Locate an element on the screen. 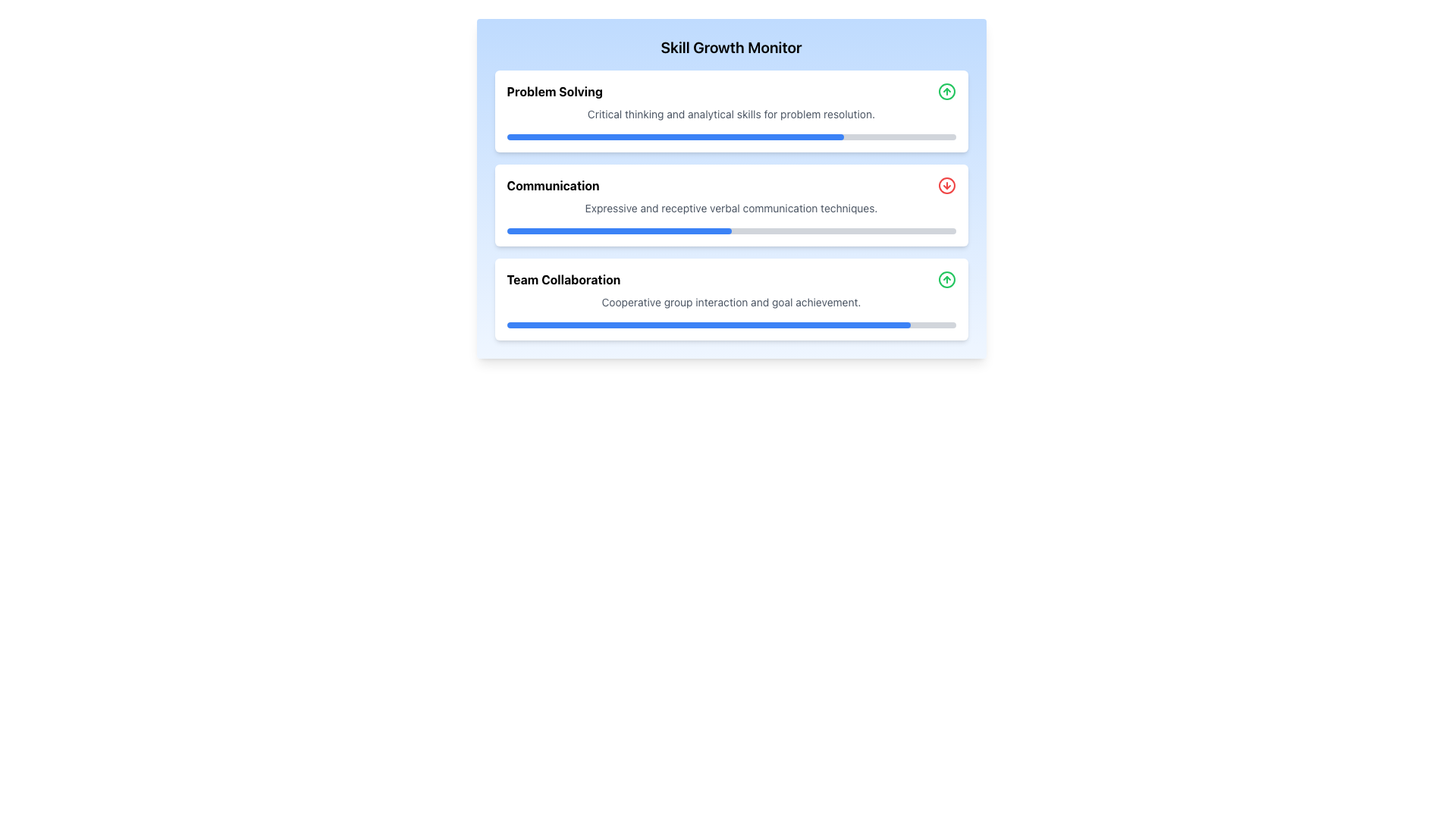 This screenshot has height=819, width=1456. the horizontal progress bar indicating progress beneath the text 'Cooperative group interaction and goal achievement.' in the 'Team Collaboration' section is located at coordinates (731, 324).